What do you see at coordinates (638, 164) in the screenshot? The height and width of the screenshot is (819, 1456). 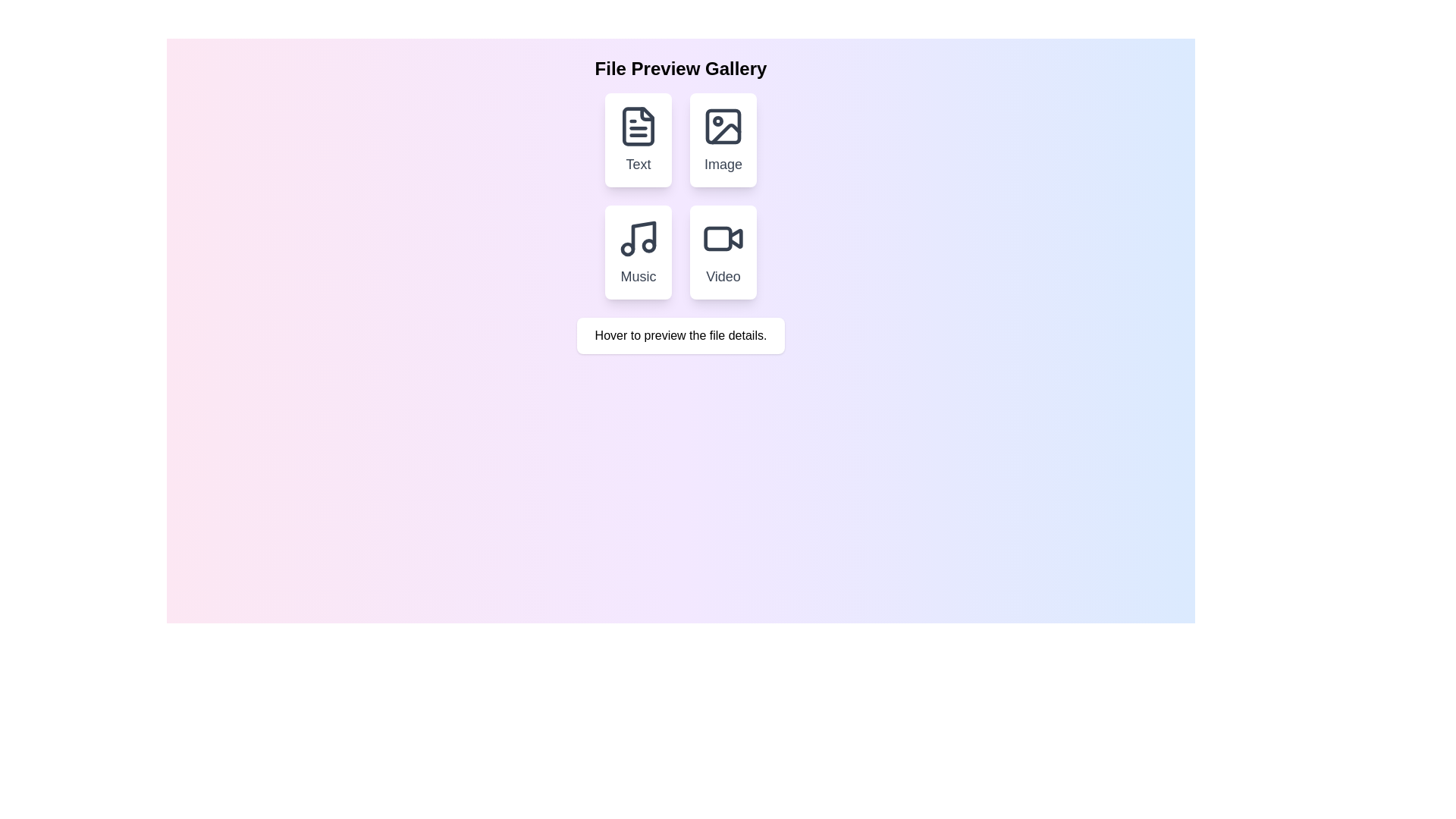 I see `text label located at the bottom of the first card in the 'File Preview Gallery' section to understand its content or functionality` at bounding box center [638, 164].